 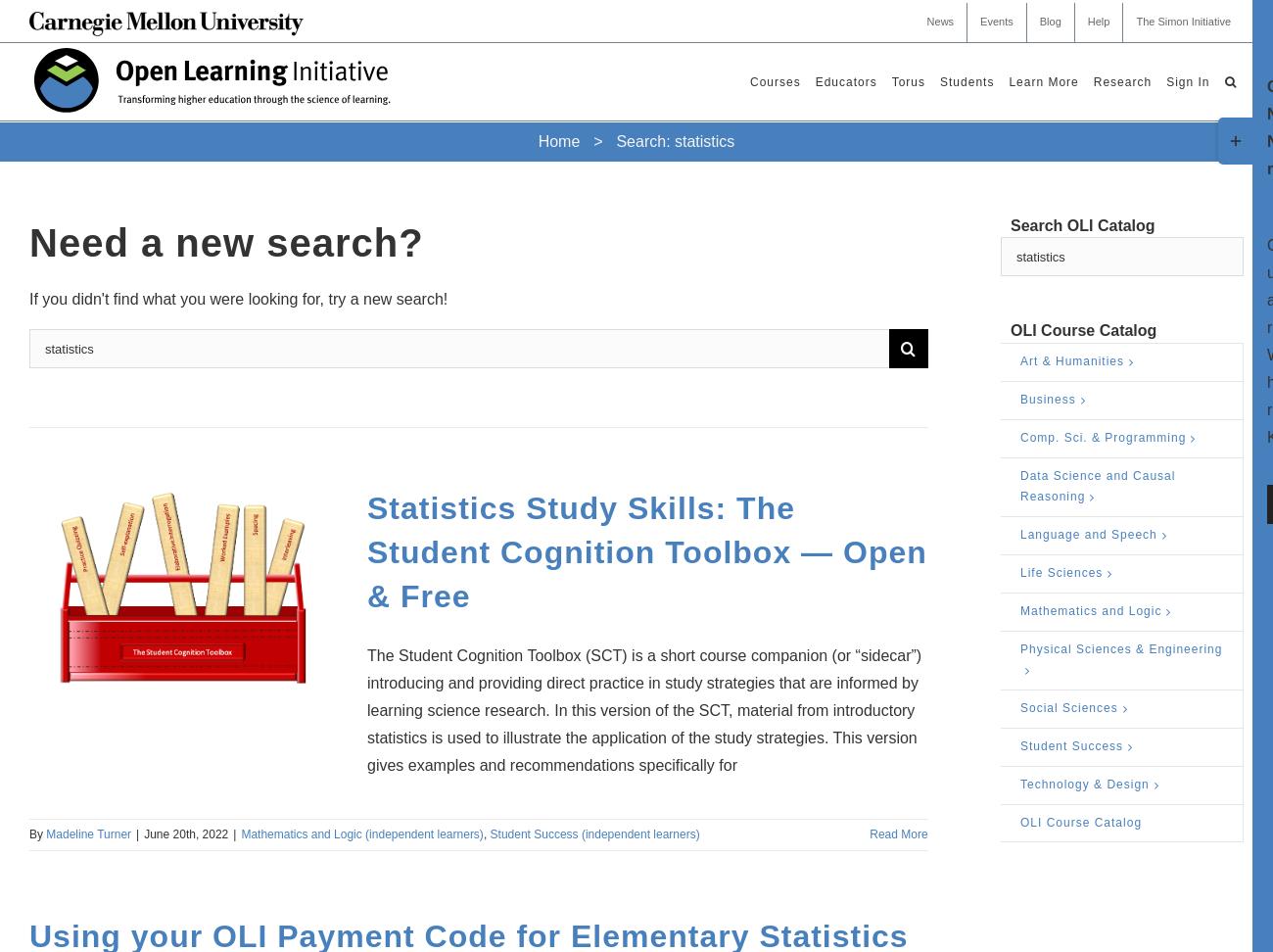 What do you see at coordinates (36, 833) in the screenshot?
I see `'By'` at bounding box center [36, 833].